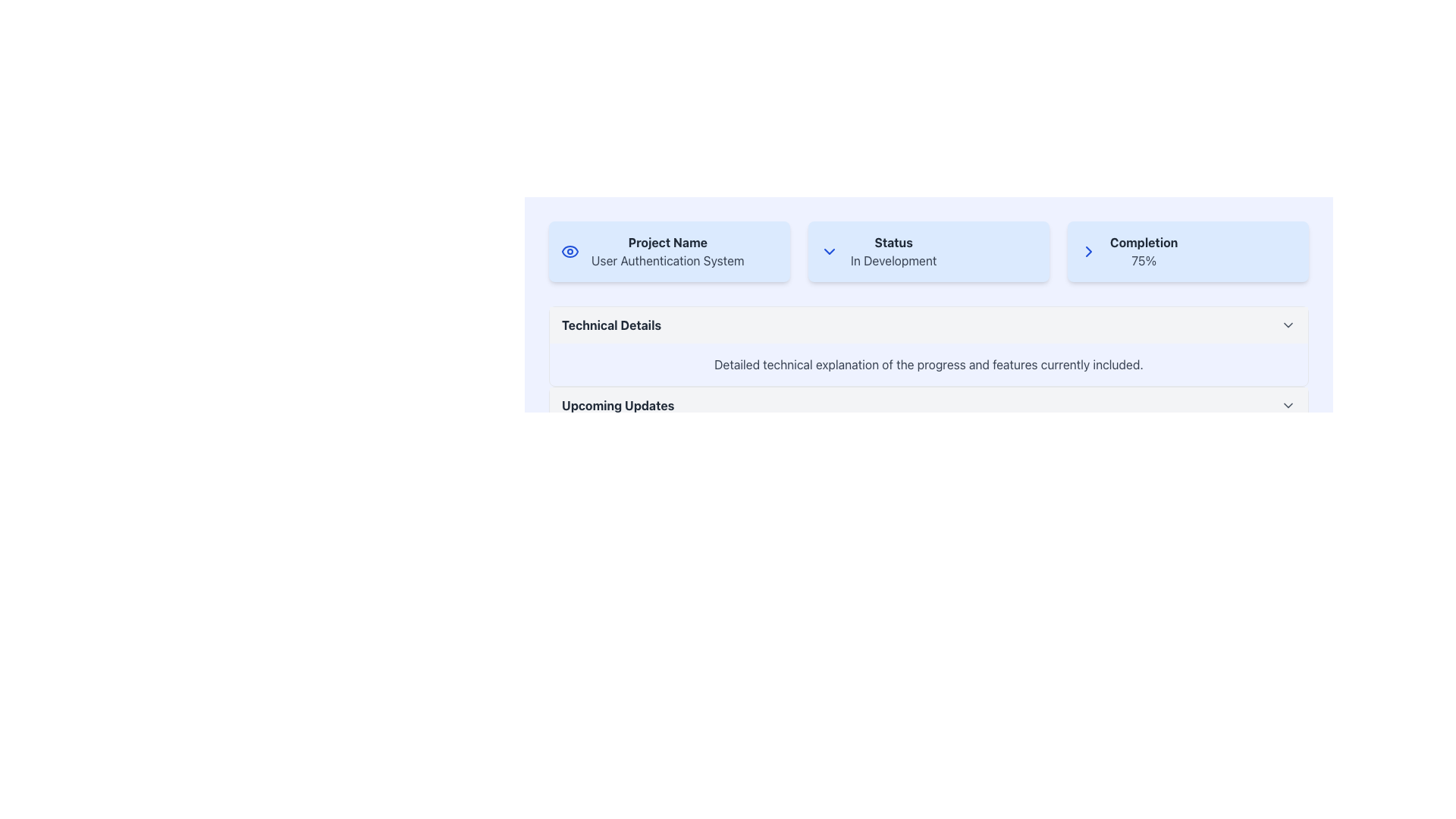 The width and height of the screenshot is (1456, 819). What do you see at coordinates (1087, 250) in the screenshot?
I see `interactive icon located within the 'Completion75%' box, which is positioned near the top-right of the interface` at bounding box center [1087, 250].